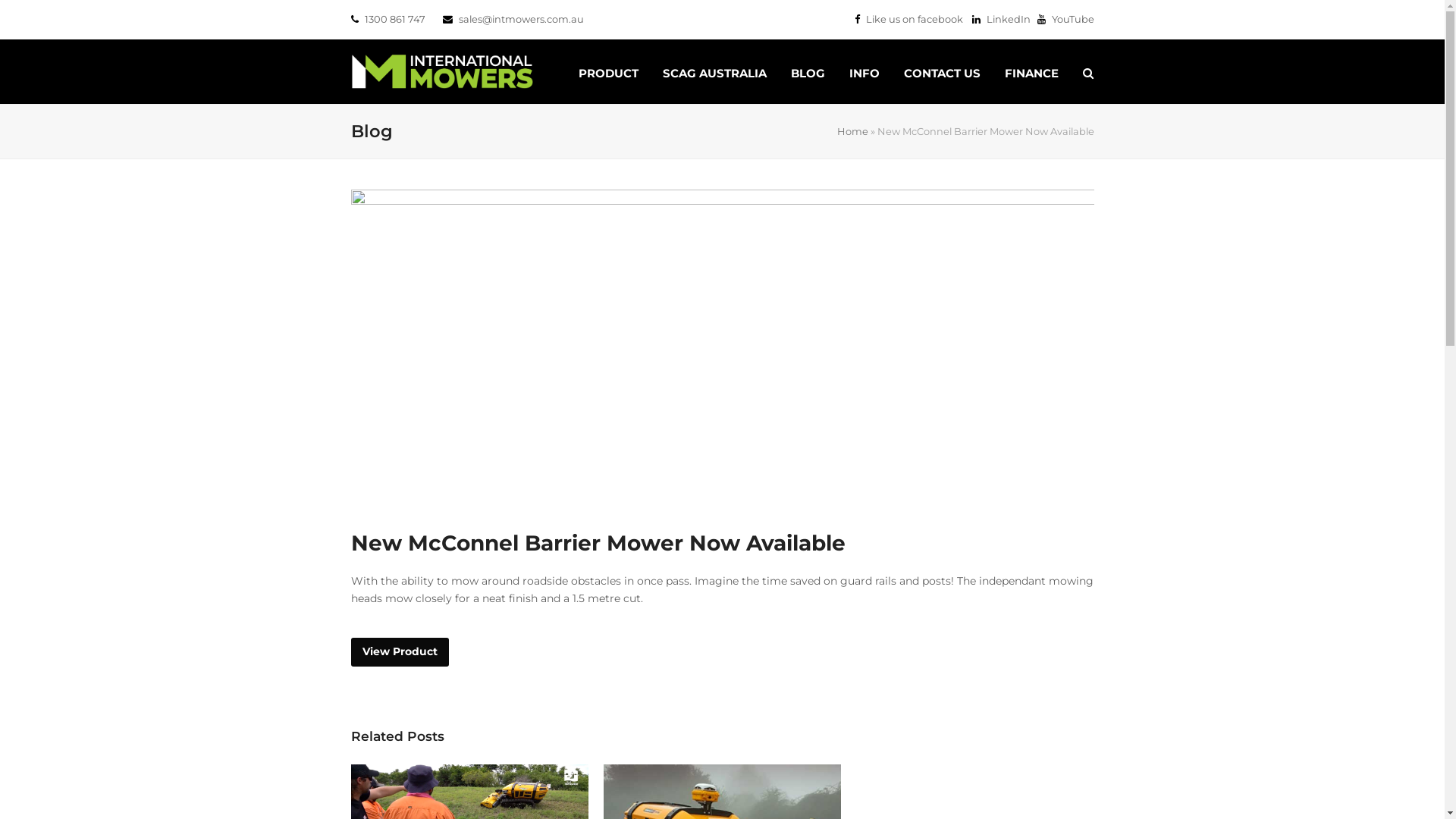  Describe the element at coordinates (941, 71) in the screenshot. I see `'CONTACT US'` at that location.